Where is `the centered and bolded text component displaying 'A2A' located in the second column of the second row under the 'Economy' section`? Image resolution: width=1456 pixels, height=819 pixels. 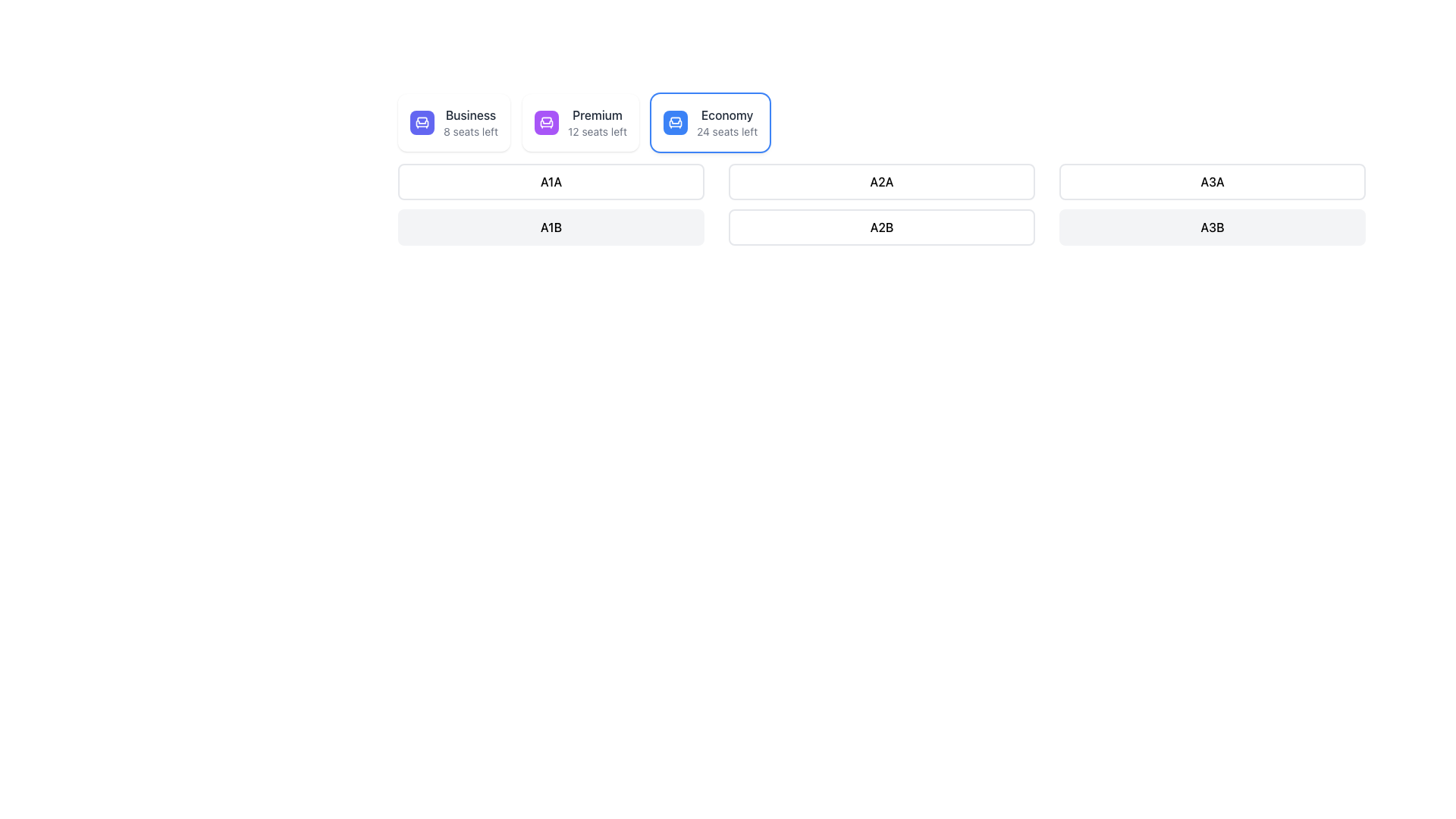 the centered and bolded text component displaying 'A2A' located in the second column of the second row under the 'Economy' section is located at coordinates (881, 180).